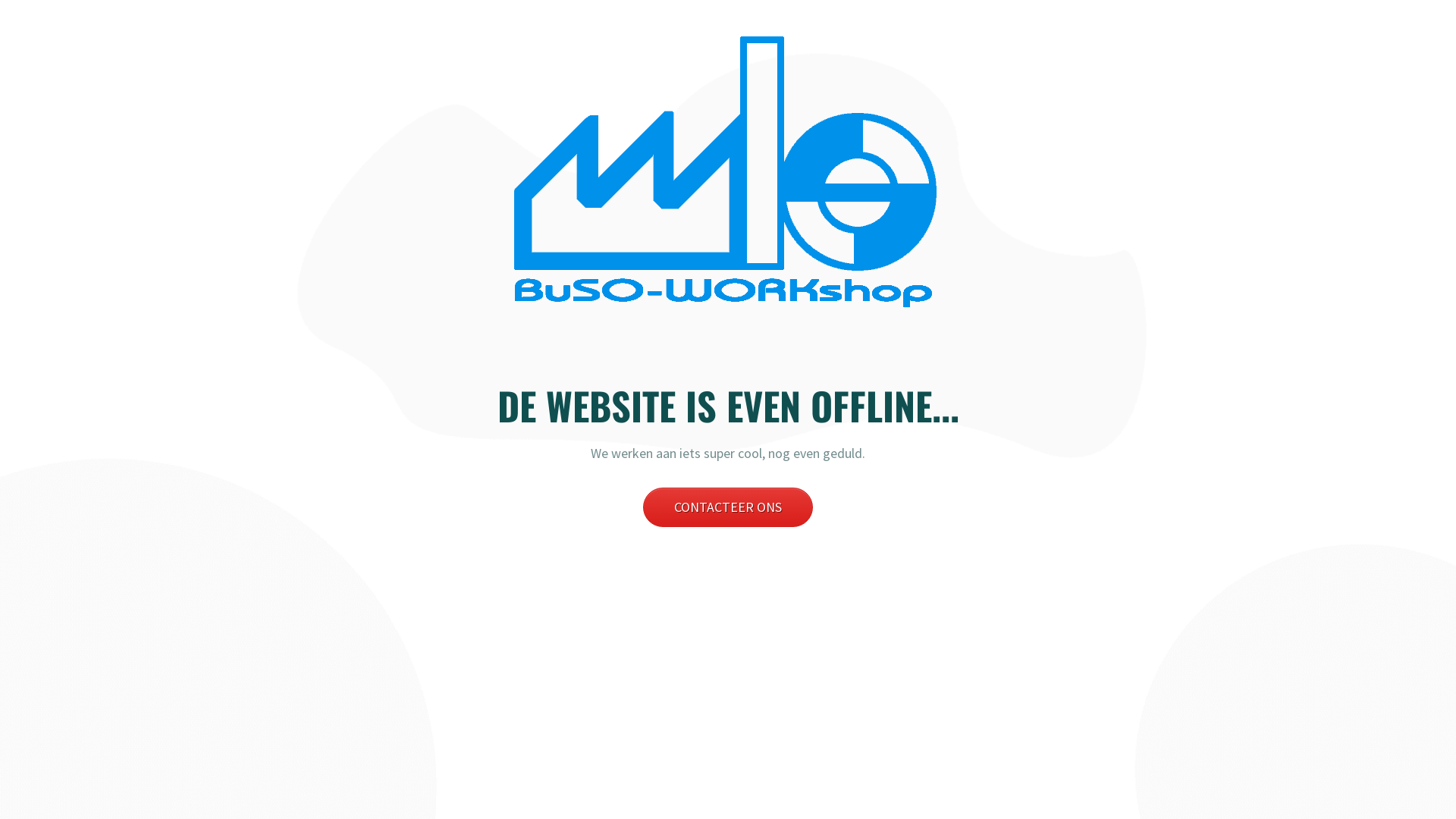 The width and height of the screenshot is (1456, 819). Describe the element at coordinates (728, 507) in the screenshot. I see `'CONTACTEER ONS'` at that location.